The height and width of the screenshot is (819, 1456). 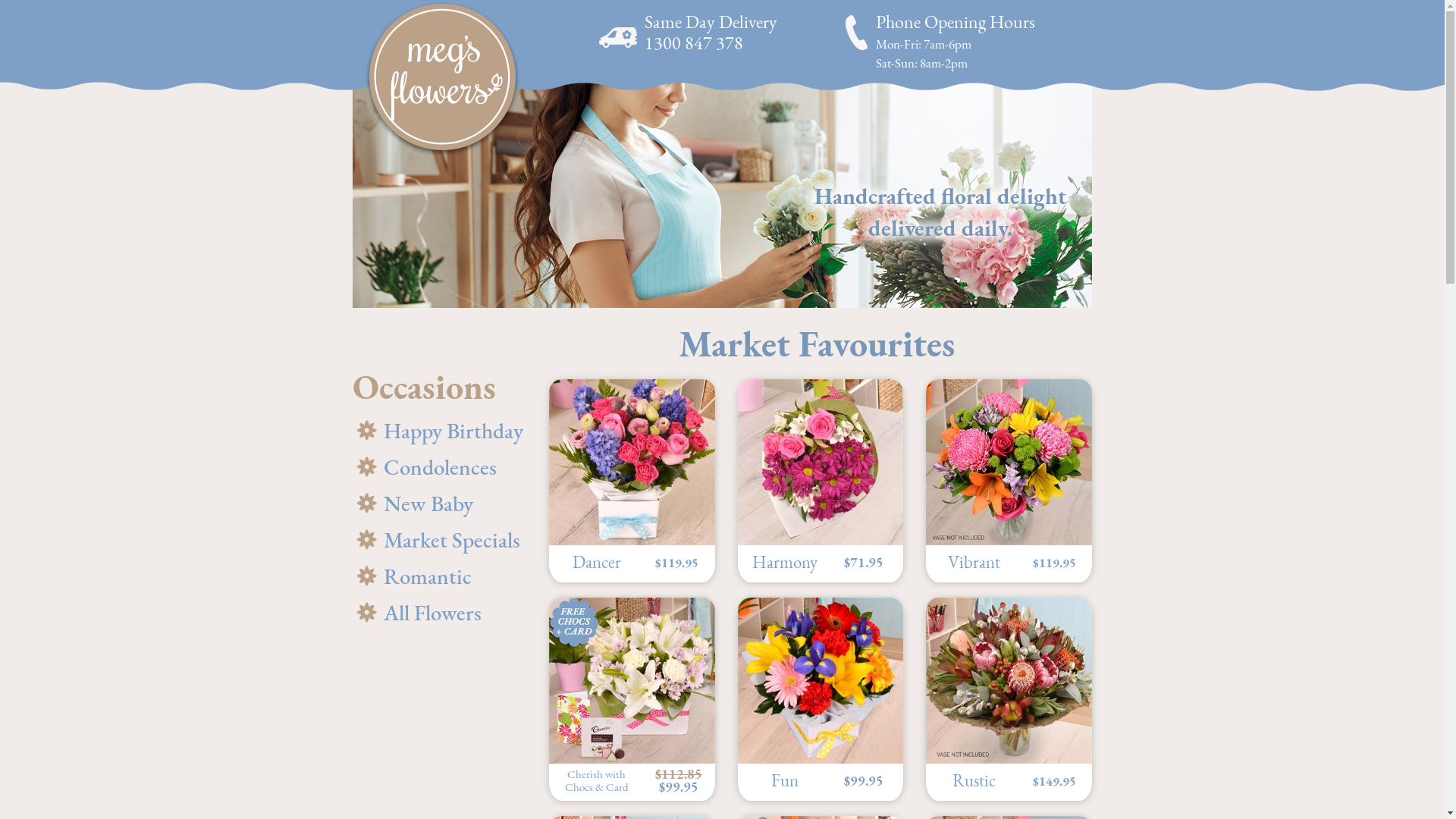 I want to click on 'Happy Birthday', so click(x=438, y=431).